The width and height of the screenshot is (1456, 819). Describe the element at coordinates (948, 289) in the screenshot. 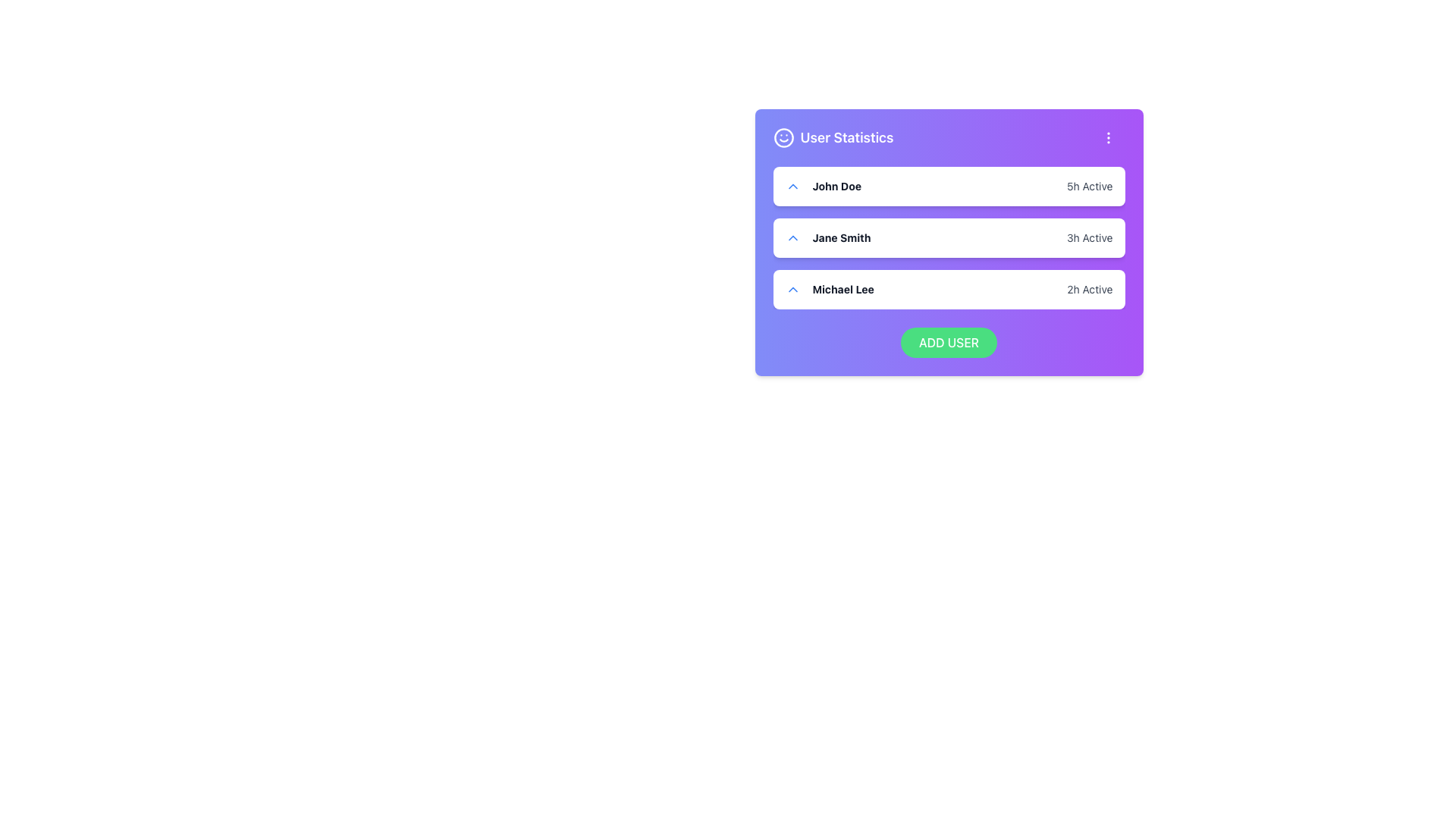

I see `the third list item element displaying user information within a card-like structure, which includes user status updates` at that location.